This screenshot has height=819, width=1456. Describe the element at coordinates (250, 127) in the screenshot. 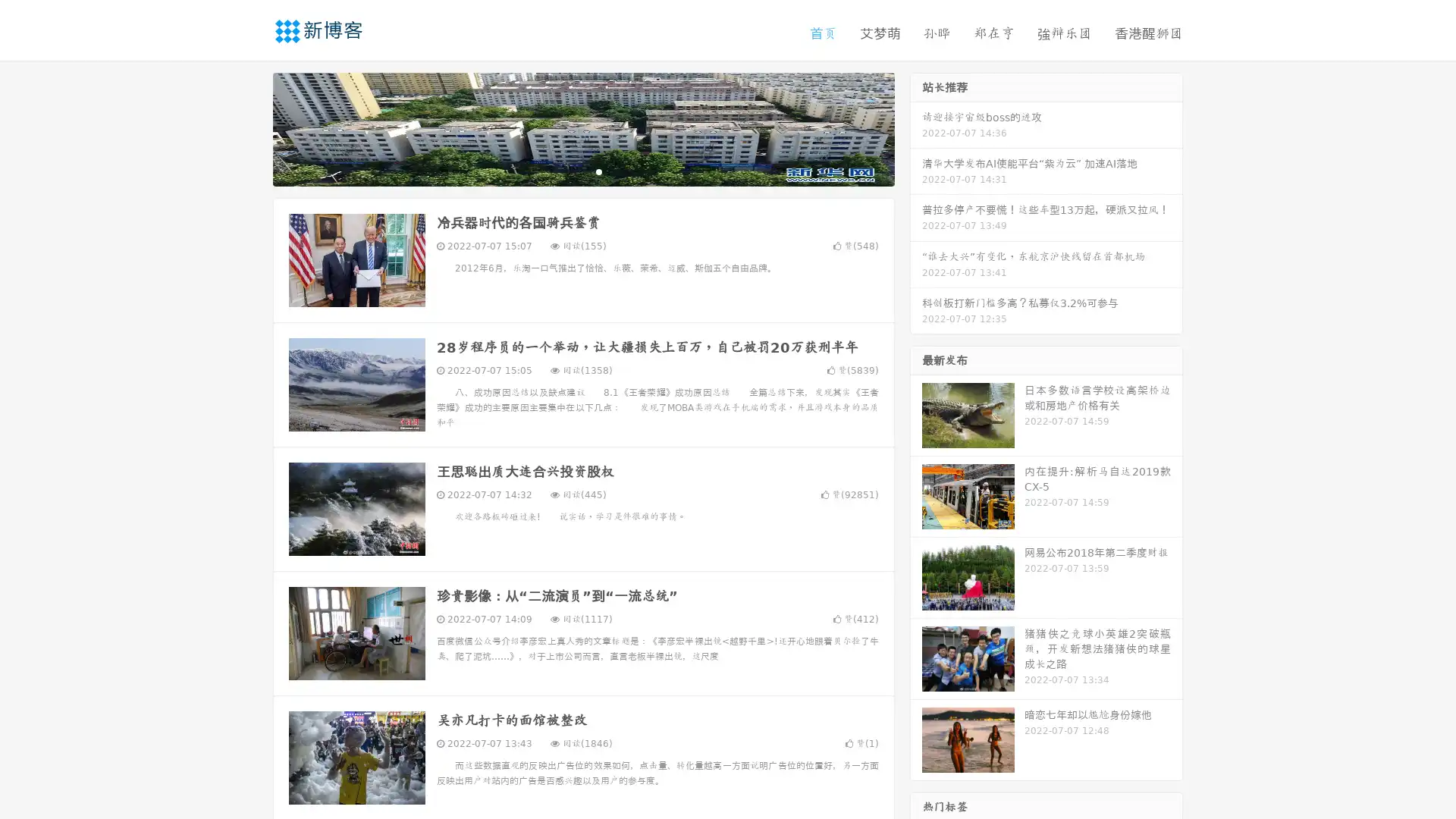

I see `Previous slide` at that location.